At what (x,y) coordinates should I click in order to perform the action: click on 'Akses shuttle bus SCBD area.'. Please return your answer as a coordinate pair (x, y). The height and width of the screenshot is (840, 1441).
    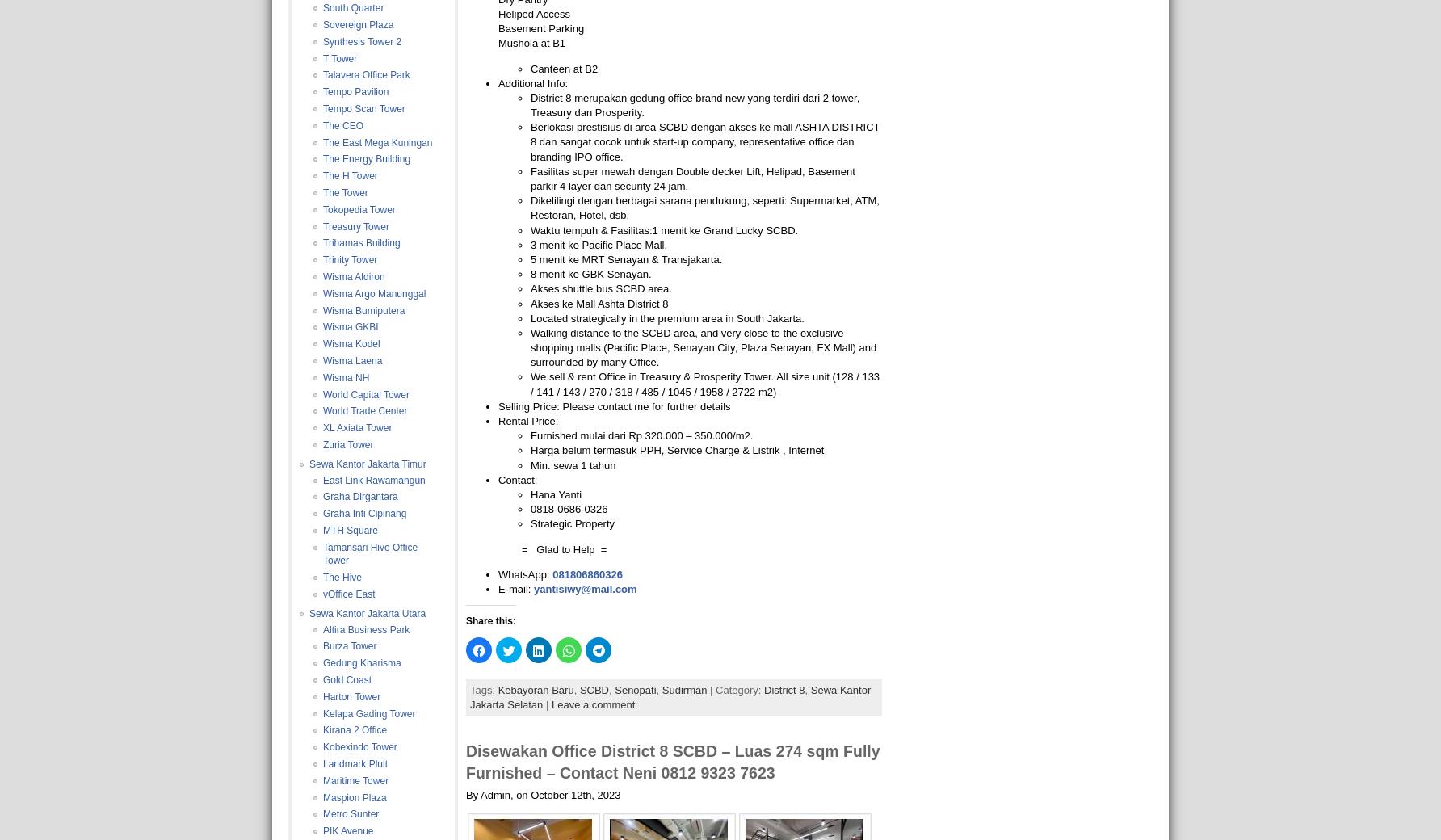
    Looking at the image, I should click on (530, 288).